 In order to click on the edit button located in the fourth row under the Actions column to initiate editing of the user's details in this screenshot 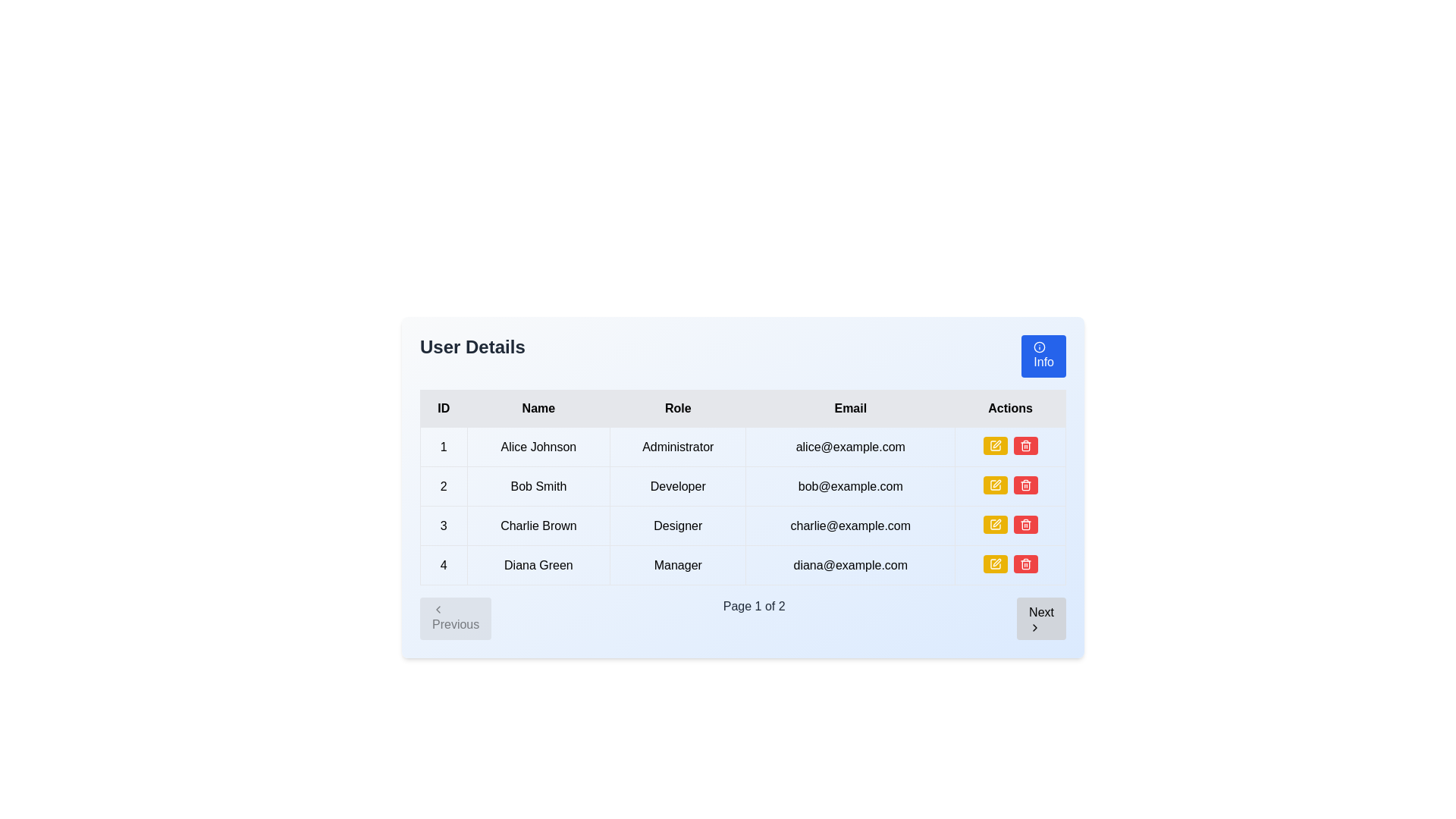, I will do `click(995, 485)`.